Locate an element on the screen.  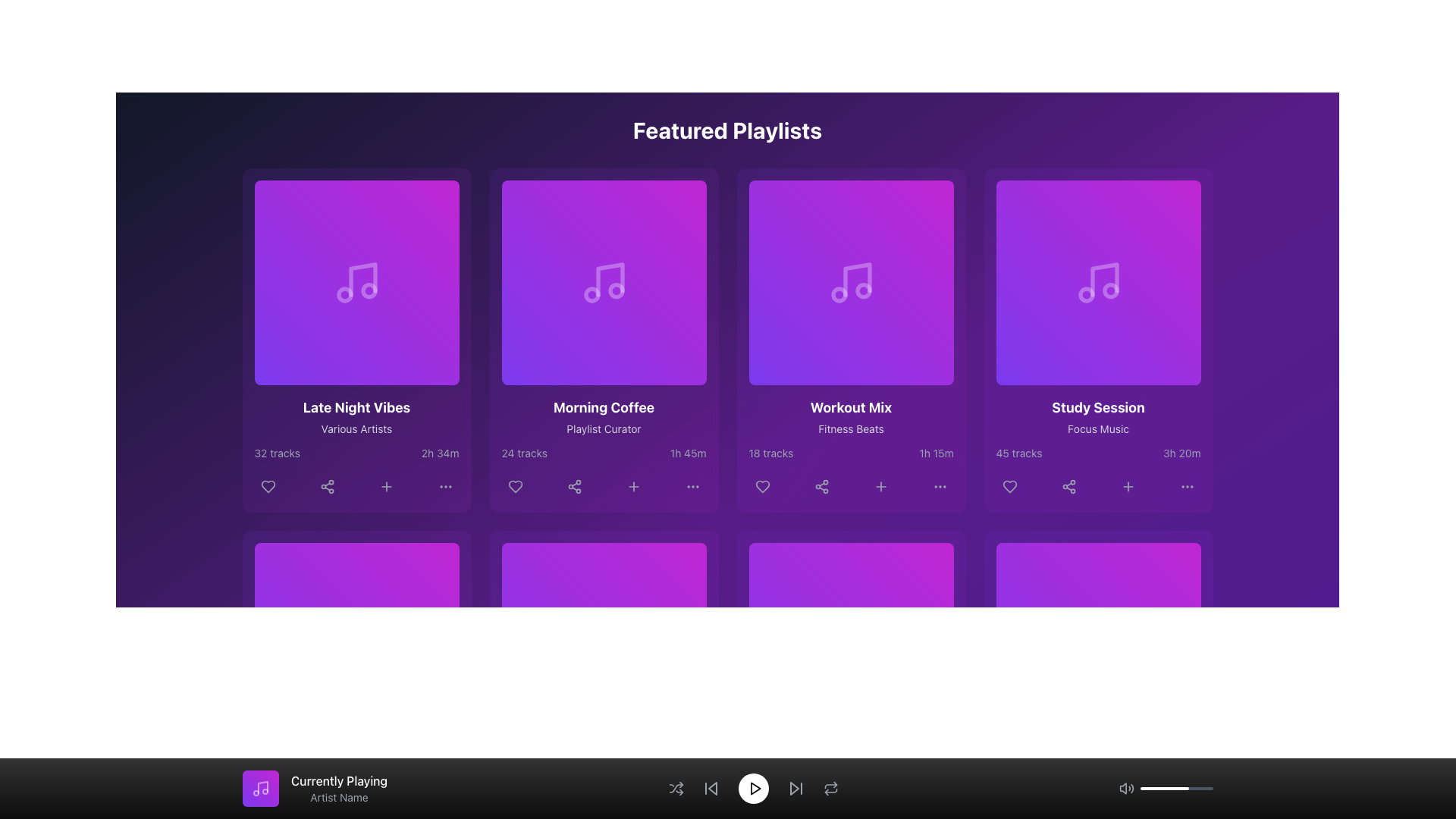
the play button located at the center of the bottom navigation bar to initiate or resume playback of media content is located at coordinates (852, 645).